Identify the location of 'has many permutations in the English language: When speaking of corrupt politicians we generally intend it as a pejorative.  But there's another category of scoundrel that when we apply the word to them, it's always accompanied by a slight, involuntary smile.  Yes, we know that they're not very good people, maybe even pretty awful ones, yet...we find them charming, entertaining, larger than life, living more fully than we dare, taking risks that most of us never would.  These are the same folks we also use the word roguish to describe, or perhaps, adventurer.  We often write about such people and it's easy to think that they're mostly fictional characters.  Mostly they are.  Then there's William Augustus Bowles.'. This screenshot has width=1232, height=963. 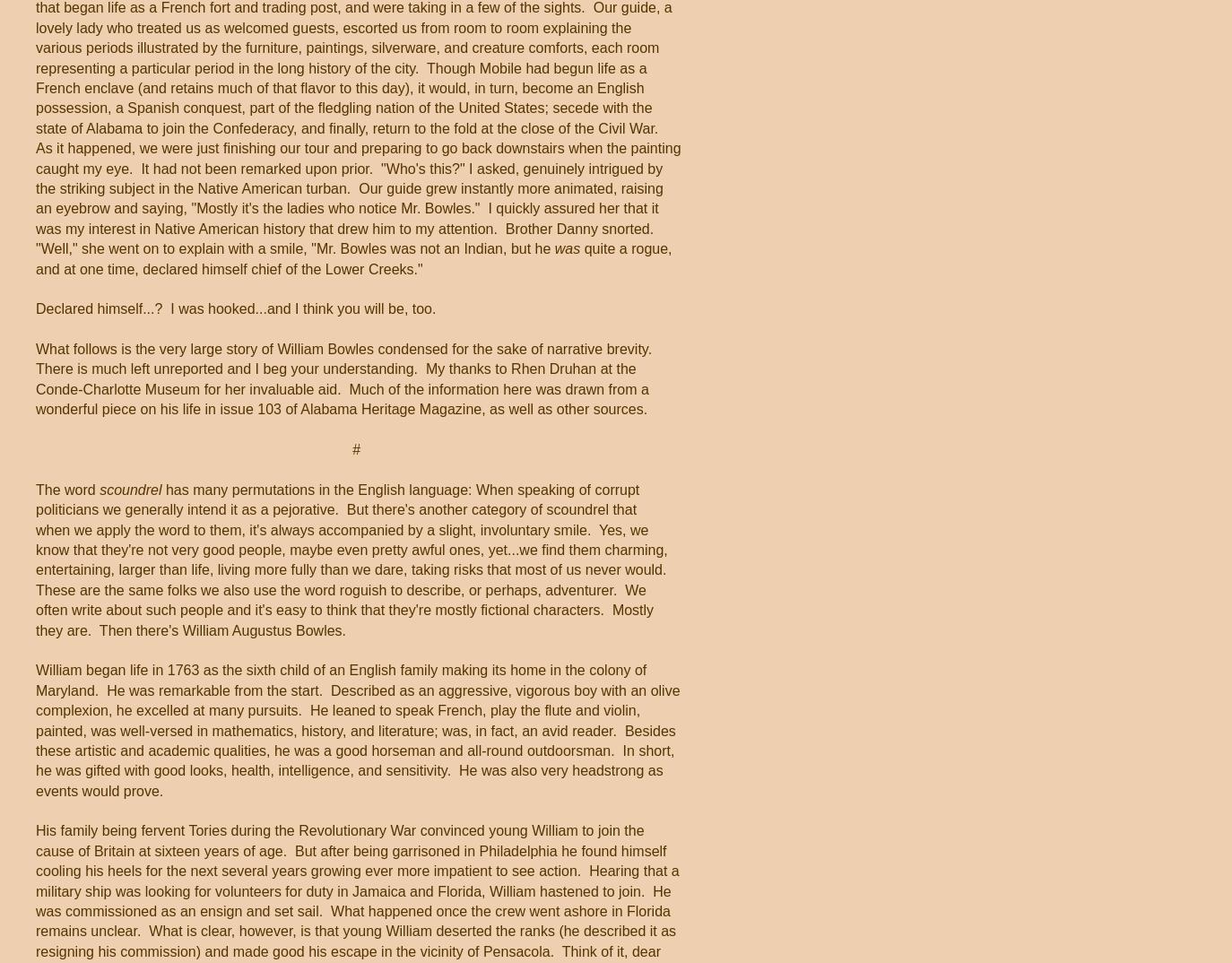
(352, 559).